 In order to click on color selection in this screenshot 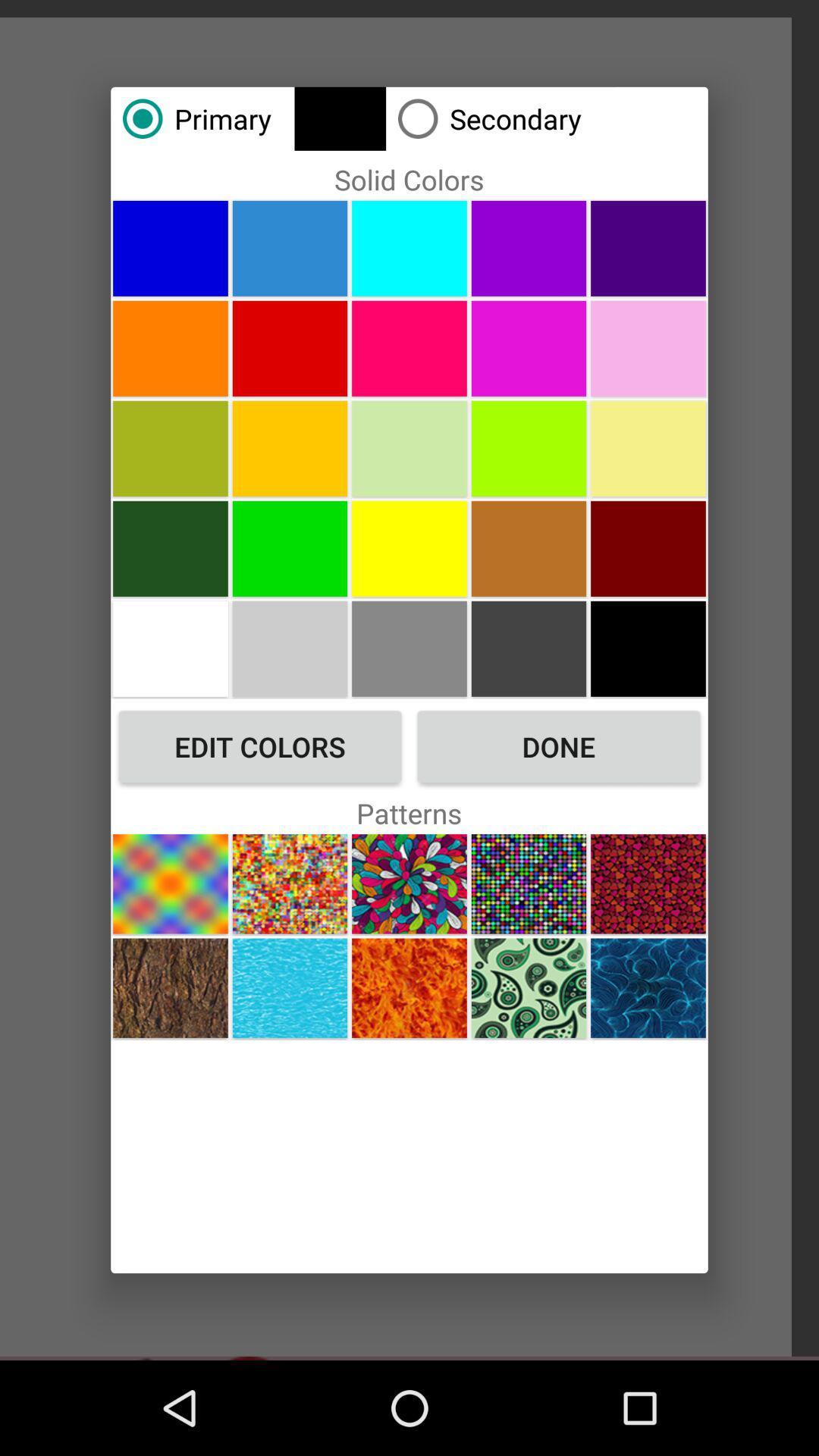, I will do `click(528, 548)`.